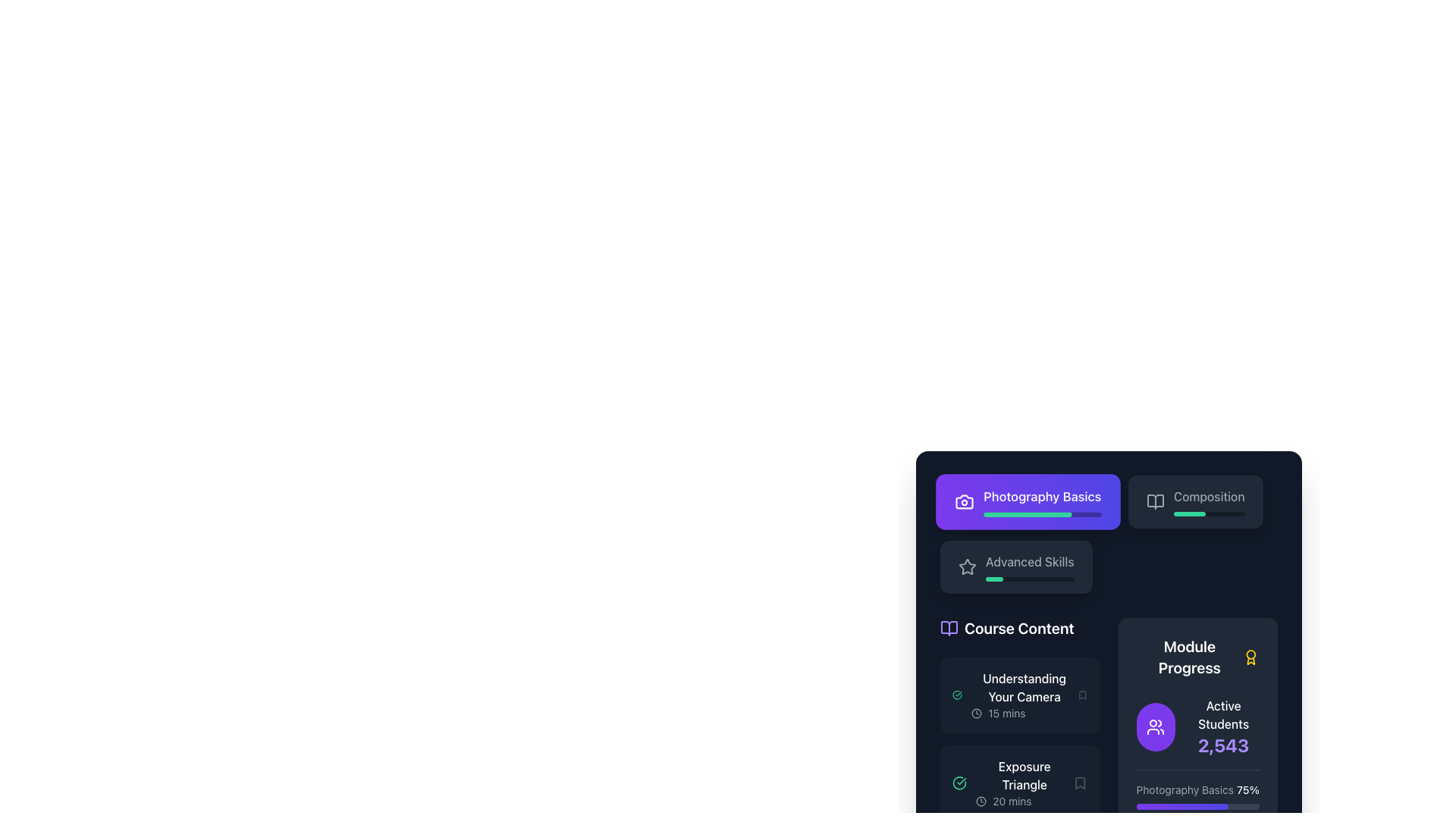  Describe the element at coordinates (1223, 726) in the screenshot. I see `the Statistical Information Display located in the 'Module Progress' section` at that location.